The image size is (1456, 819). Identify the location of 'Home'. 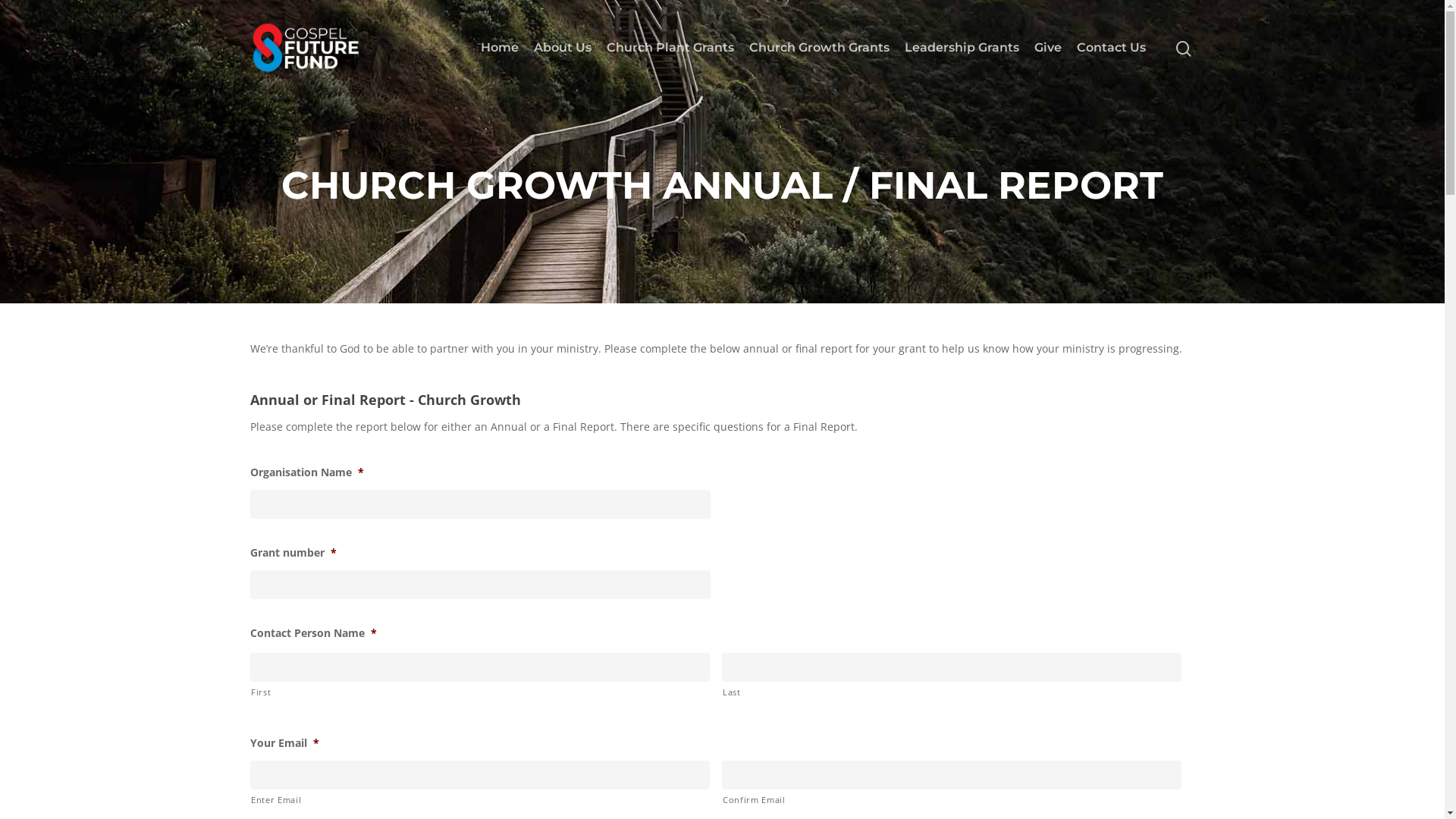
(499, 46).